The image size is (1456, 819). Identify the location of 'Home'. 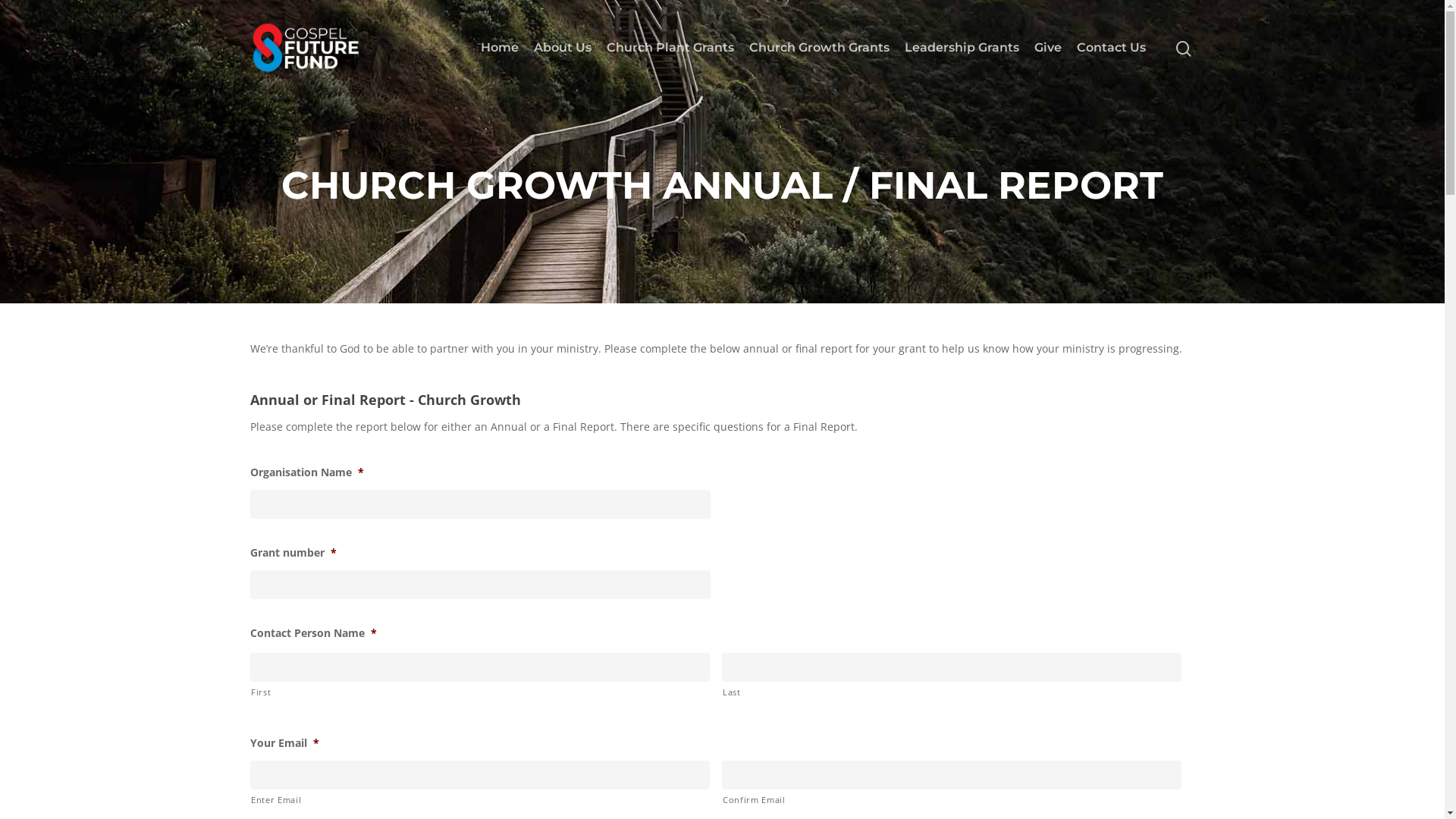
(499, 46).